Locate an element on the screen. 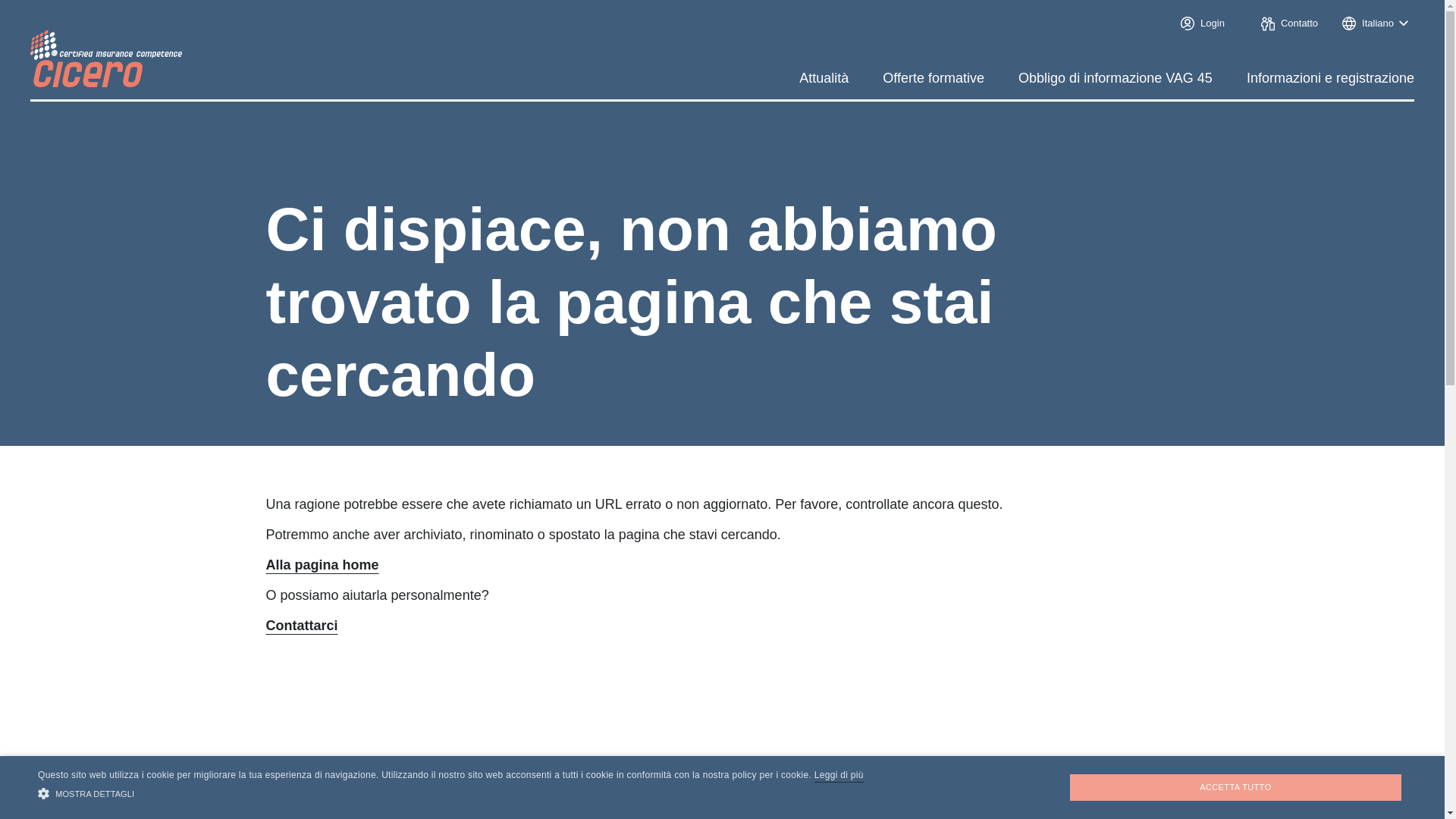 The image size is (1456, 819). 'Italiano' is located at coordinates (1335, 23).